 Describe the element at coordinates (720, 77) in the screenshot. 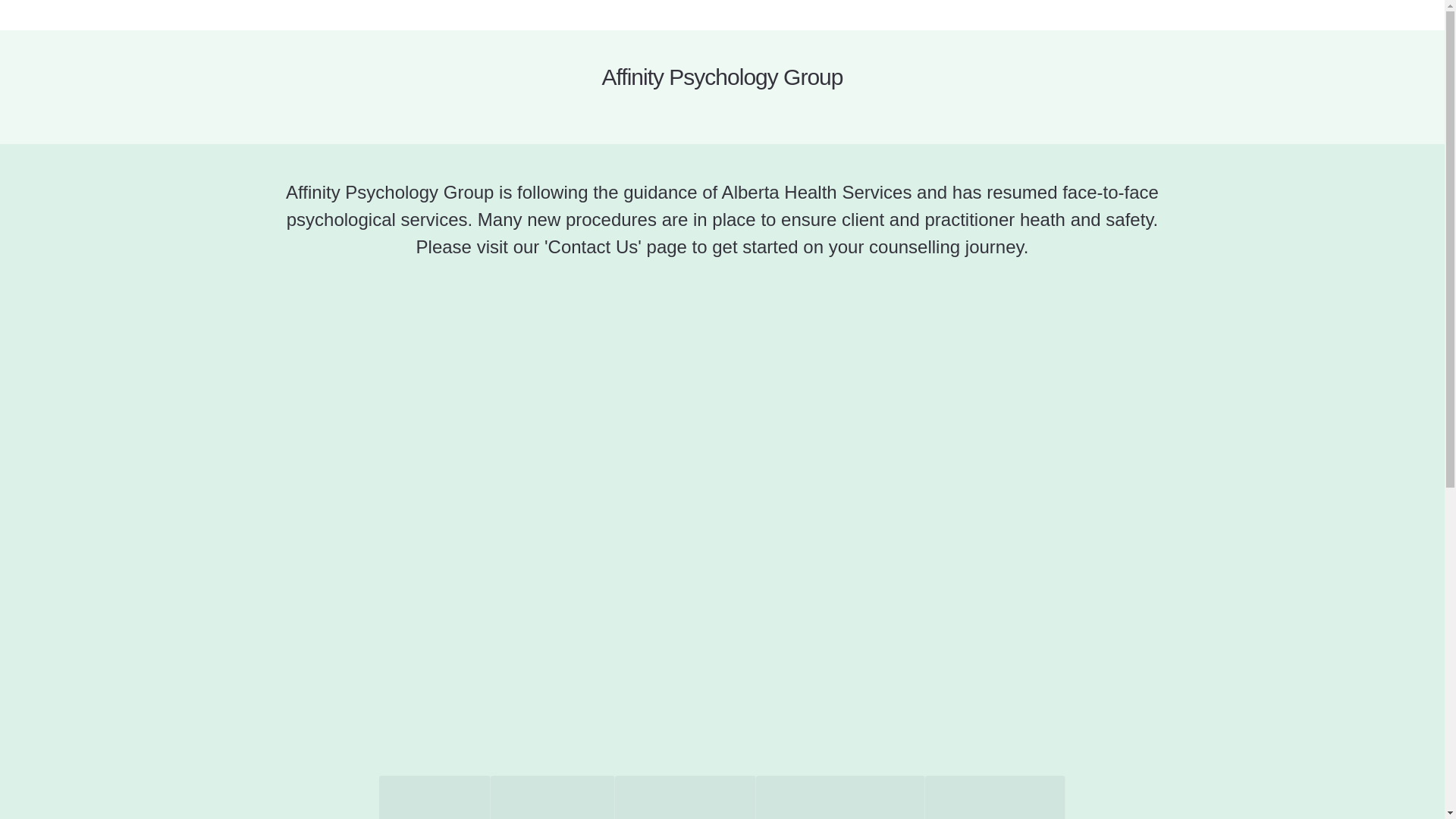

I see `'Affinity Psychology Group'` at that location.